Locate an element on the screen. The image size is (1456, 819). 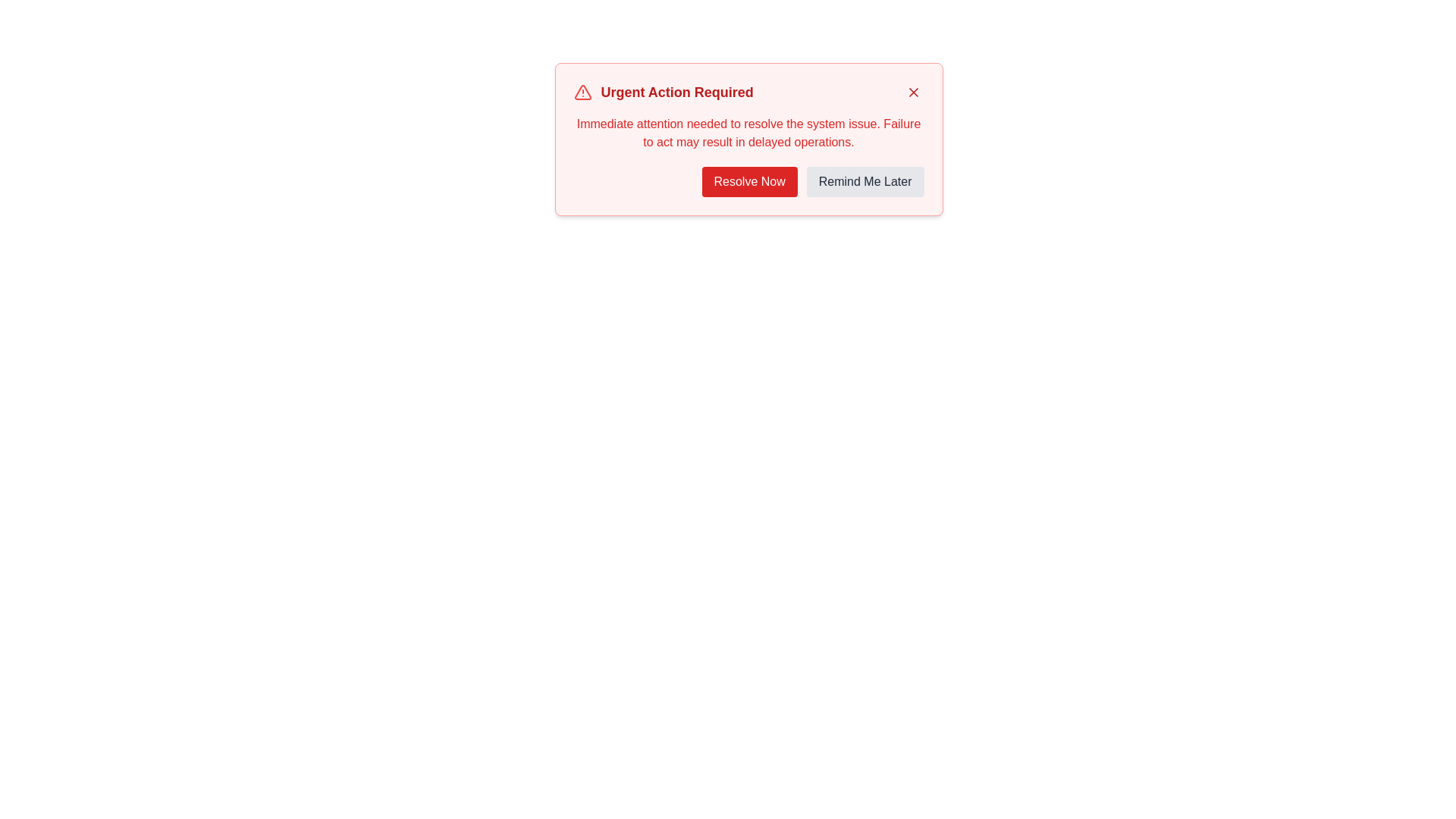
the close icon button located in the top-right corner of the alert box titled 'Urgent Action Required' is located at coordinates (912, 93).